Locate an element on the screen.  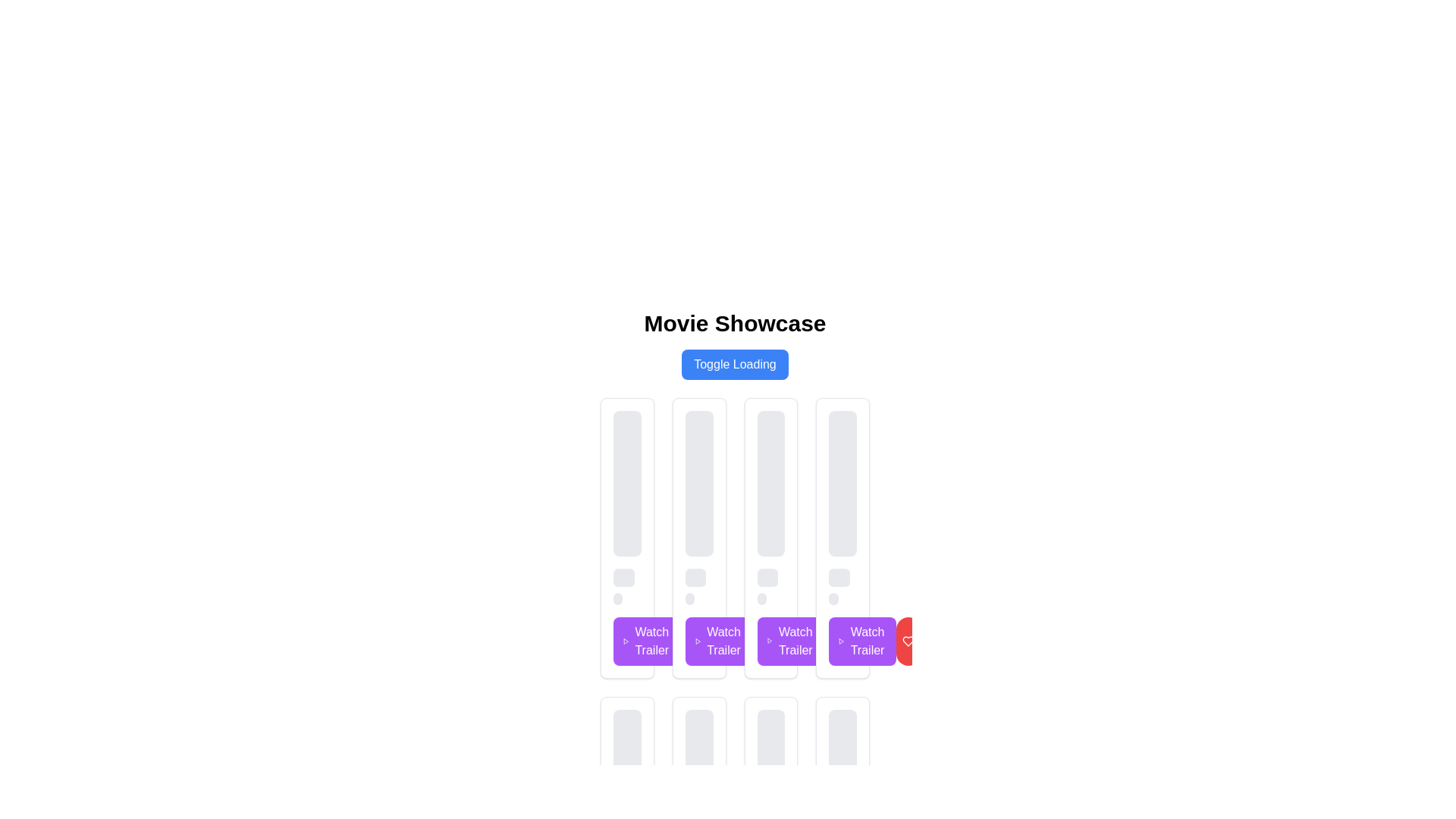
the first card in the horizontal list represented by a Placeholder component, which consists of a large rectangular block at the top and two smaller blocks below in a column layout is located at coordinates (627, 508).